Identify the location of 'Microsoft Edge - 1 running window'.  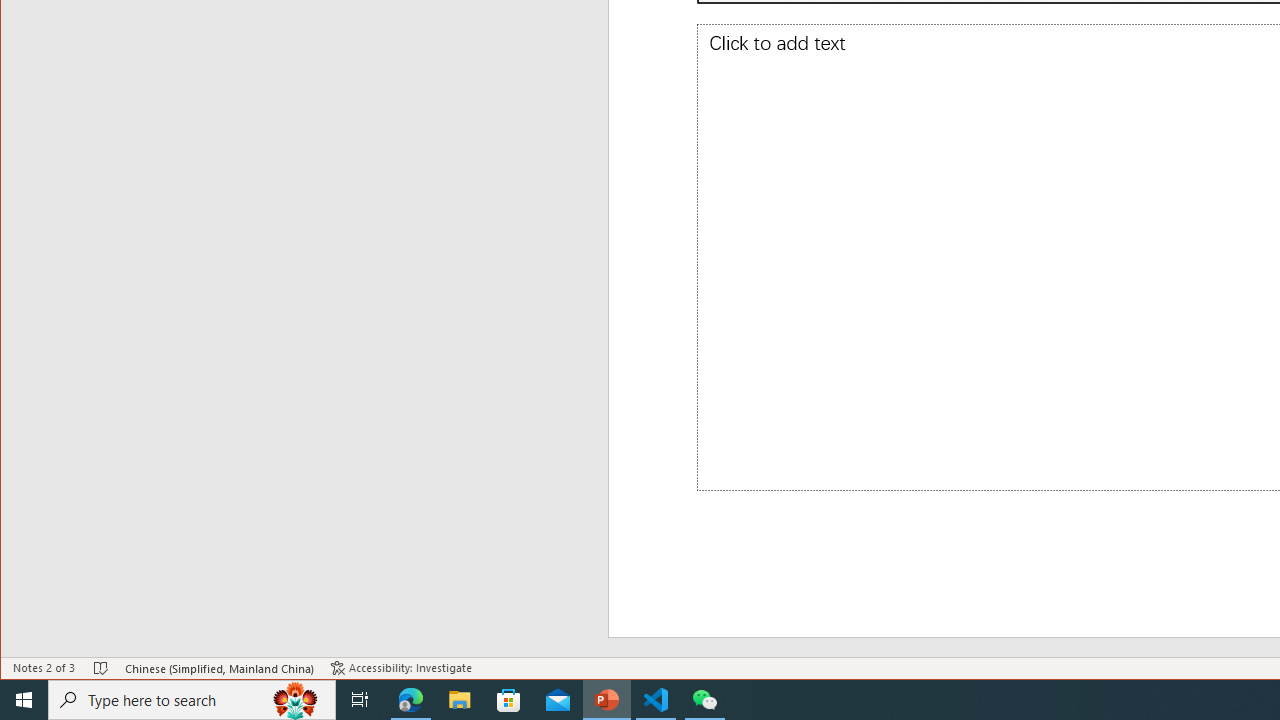
(410, 698).